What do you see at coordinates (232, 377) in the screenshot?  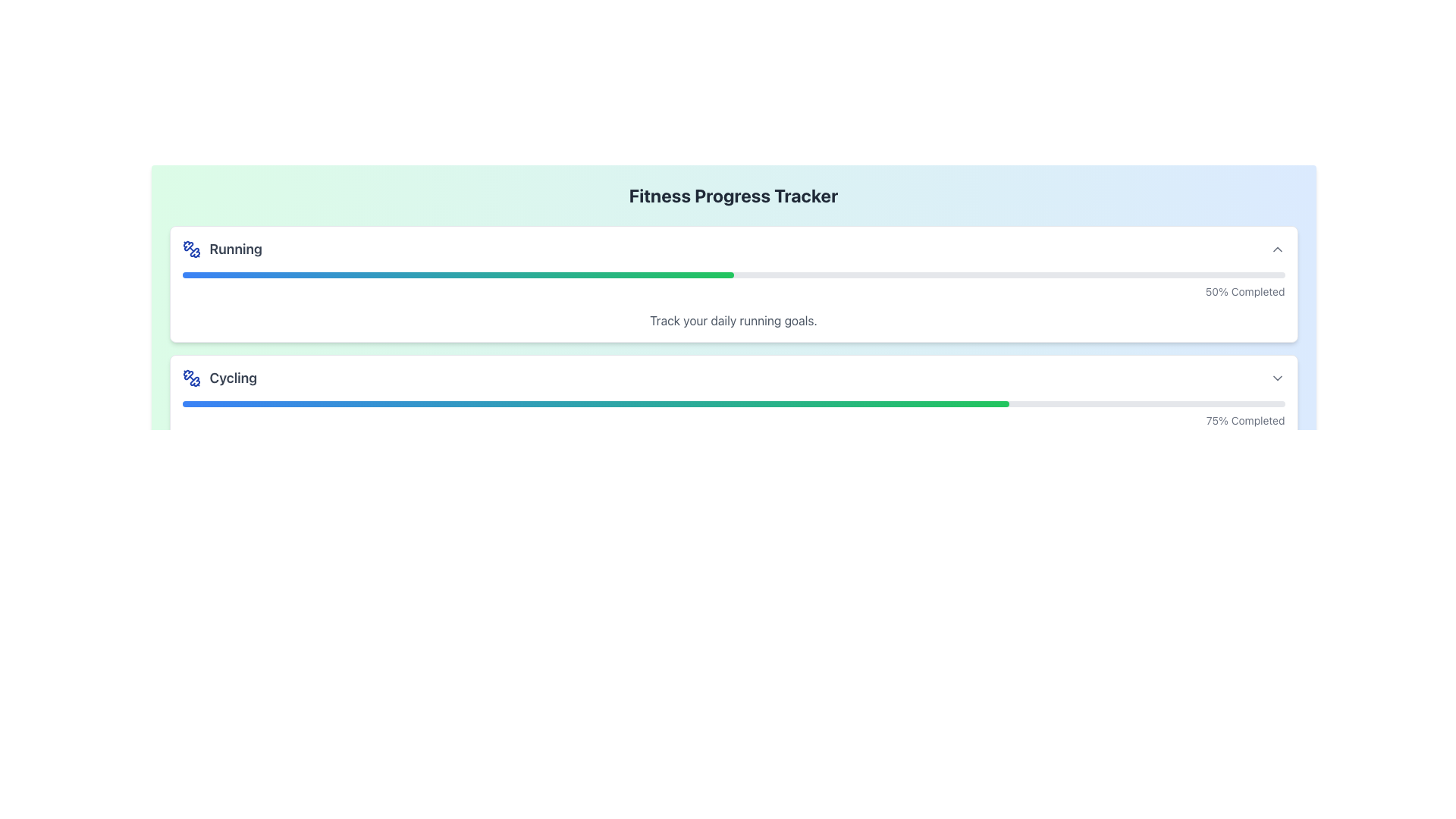 I see `the bold gray text label displaying 'Cycling', which is aligned with a cycling icon to its left and positioned below a similar label for 'Running'` at bounding box center [232, 377].